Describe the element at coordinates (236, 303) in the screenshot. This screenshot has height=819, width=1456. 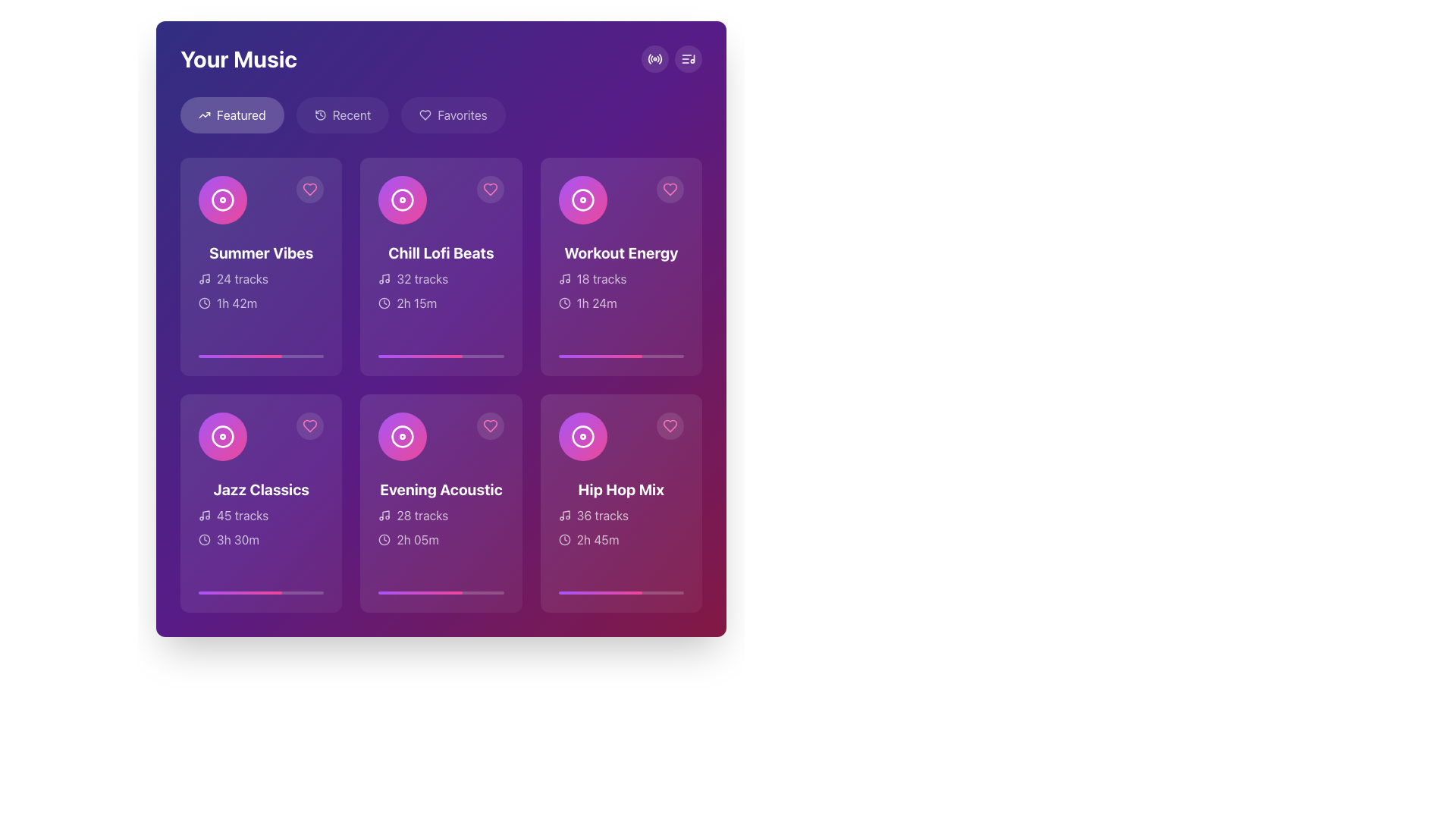
I see `the duration Label for the 'Summer Vibes' playlist, located in the first card under the 'Featured' music section, positioned above the progress bar and next to a clock-like icon` at that location.